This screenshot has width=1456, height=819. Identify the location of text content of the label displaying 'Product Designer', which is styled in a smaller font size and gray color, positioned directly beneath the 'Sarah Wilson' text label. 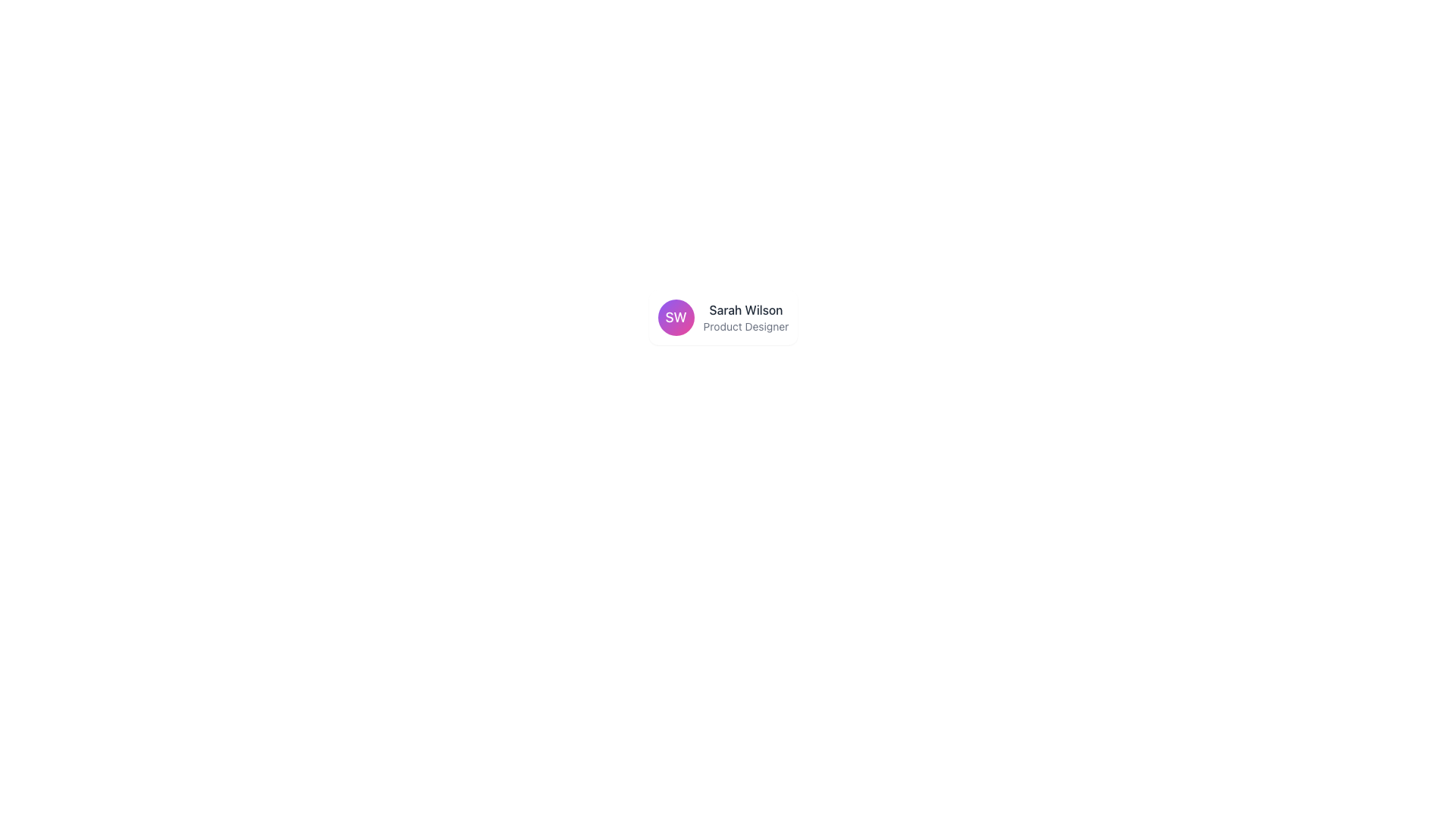
(745, 326).